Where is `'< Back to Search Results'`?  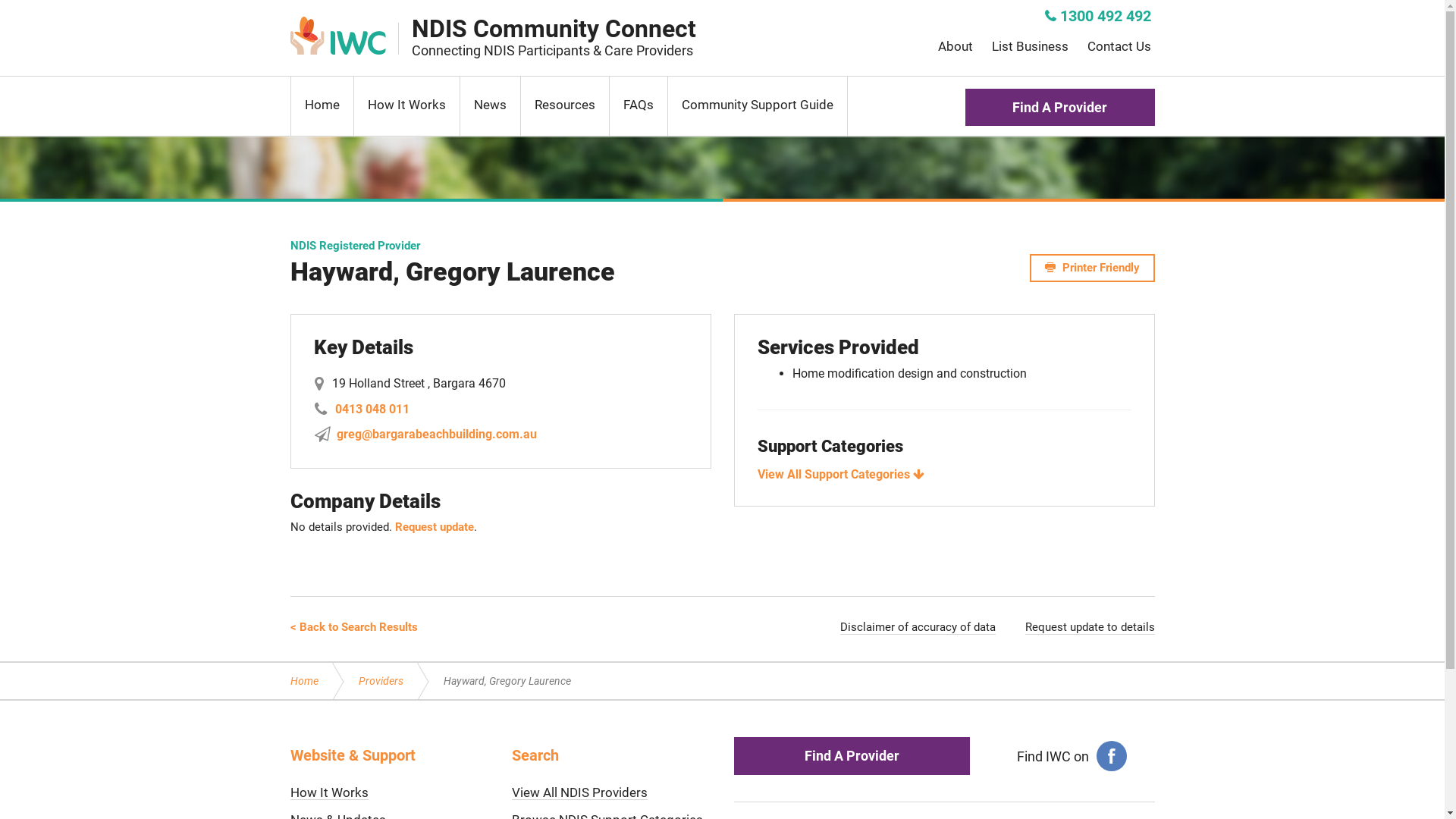
'< Back to Search Results' is located at coordinates (352, 626).